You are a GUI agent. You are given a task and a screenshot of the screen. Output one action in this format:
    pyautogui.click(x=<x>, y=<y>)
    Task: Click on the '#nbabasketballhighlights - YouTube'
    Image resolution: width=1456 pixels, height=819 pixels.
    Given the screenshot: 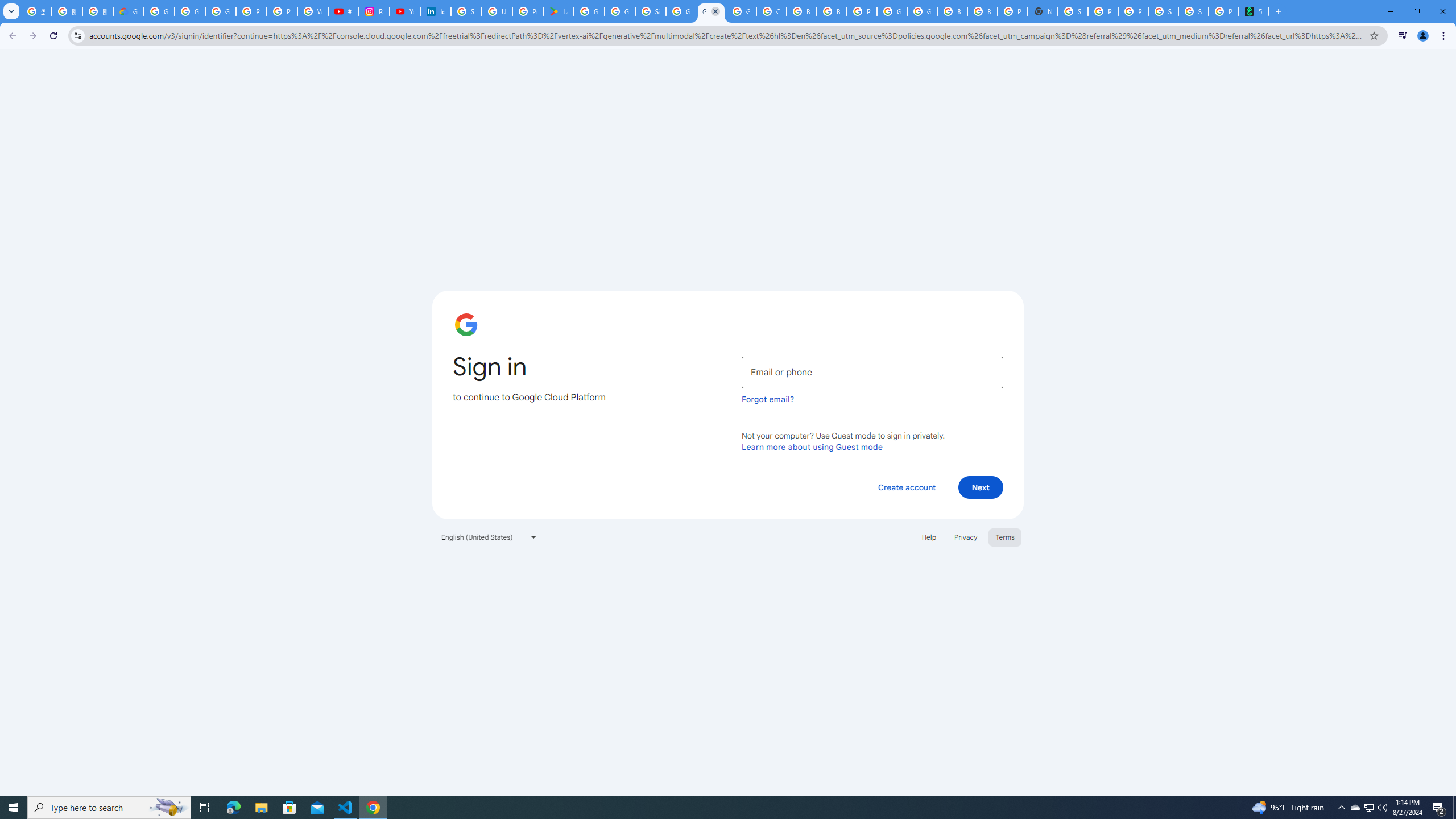 What is the action you would take?
    pyautogui.click(x=343, y=11)
    